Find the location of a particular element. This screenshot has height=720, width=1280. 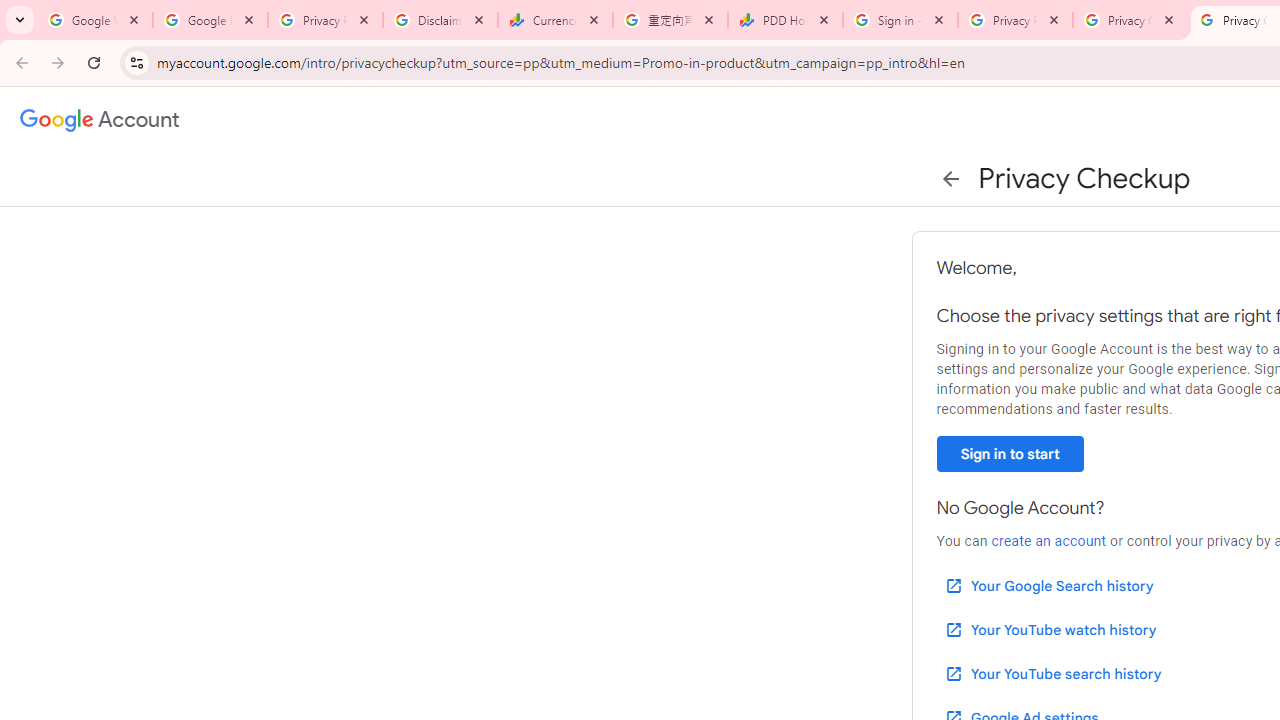

'Google Account settings' is located at coordinates (99, 120).